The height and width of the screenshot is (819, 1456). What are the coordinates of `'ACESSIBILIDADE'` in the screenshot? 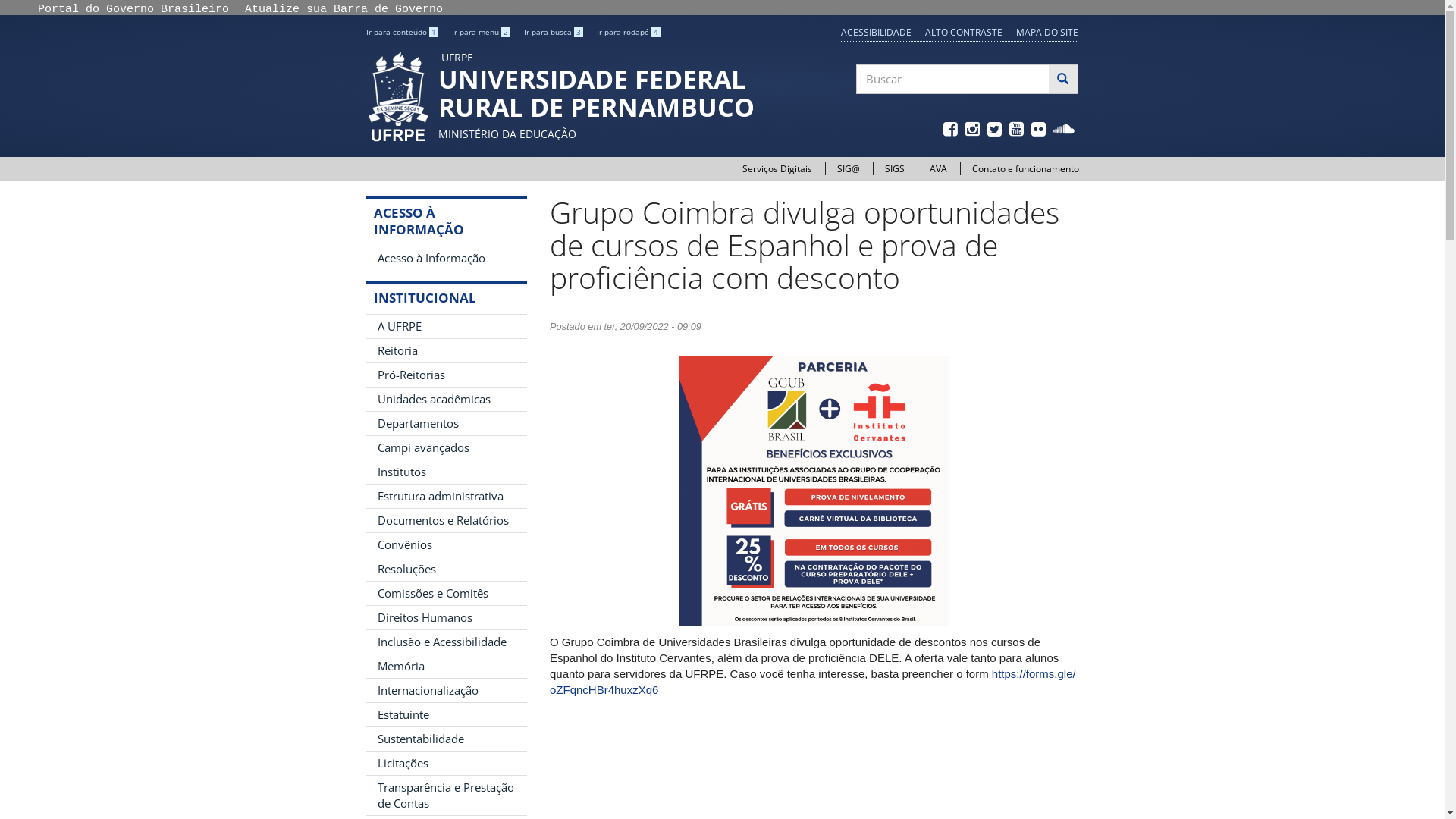 It's located at (876, 32).